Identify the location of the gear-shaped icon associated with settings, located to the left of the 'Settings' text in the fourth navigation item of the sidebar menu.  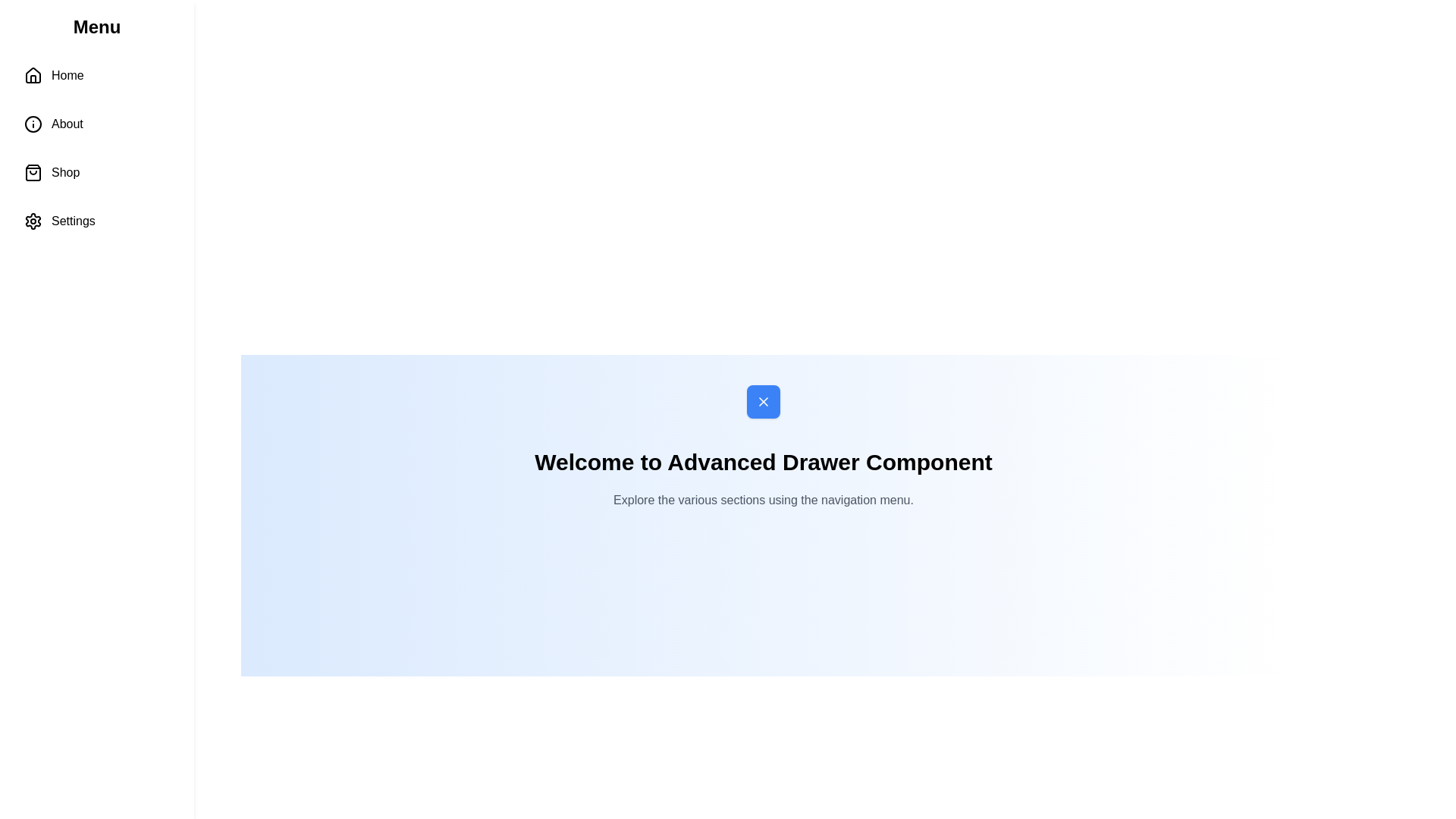
(33, 221).